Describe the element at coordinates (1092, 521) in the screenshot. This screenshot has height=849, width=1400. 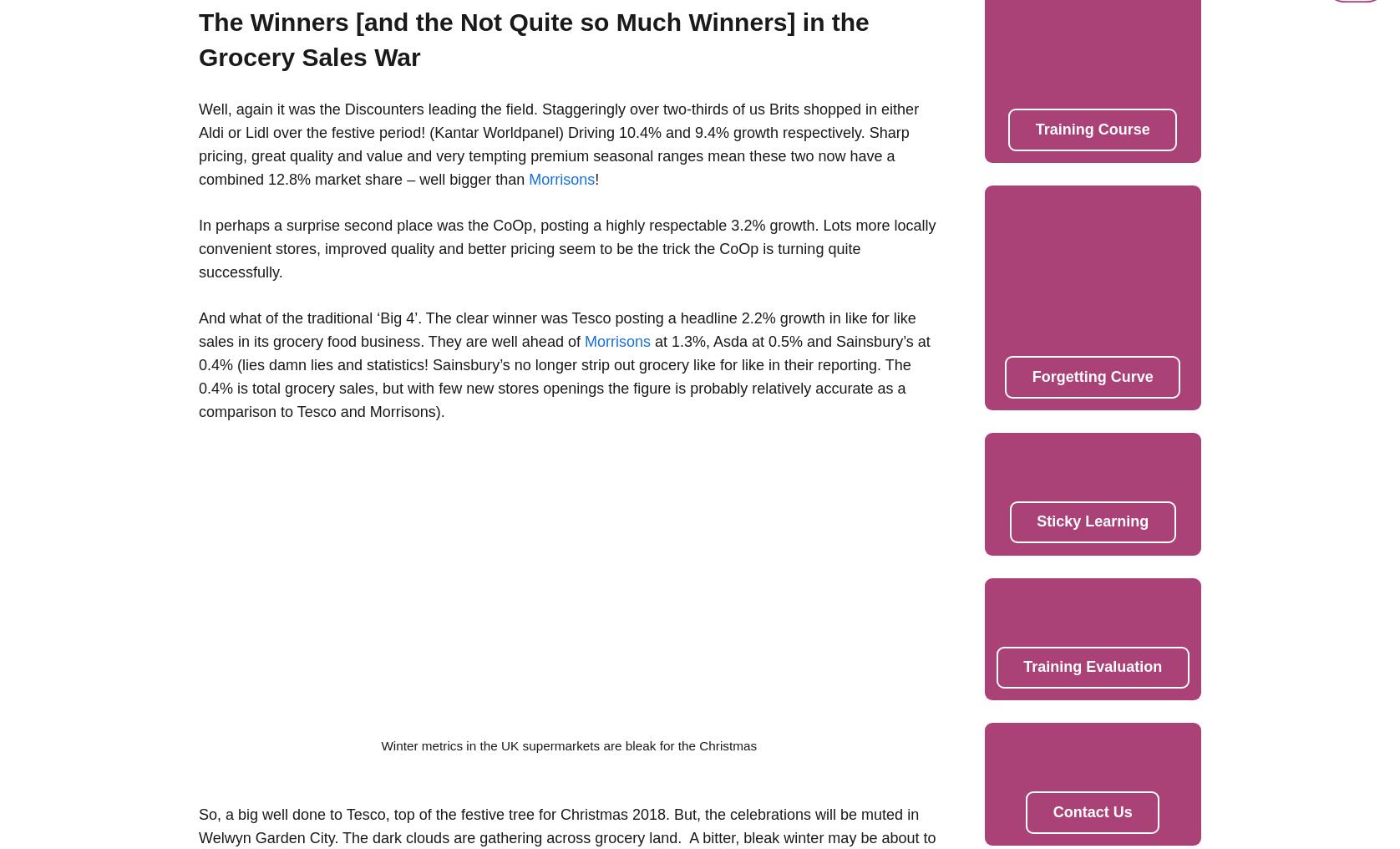
I see `'Sticky Learning'` at that location.